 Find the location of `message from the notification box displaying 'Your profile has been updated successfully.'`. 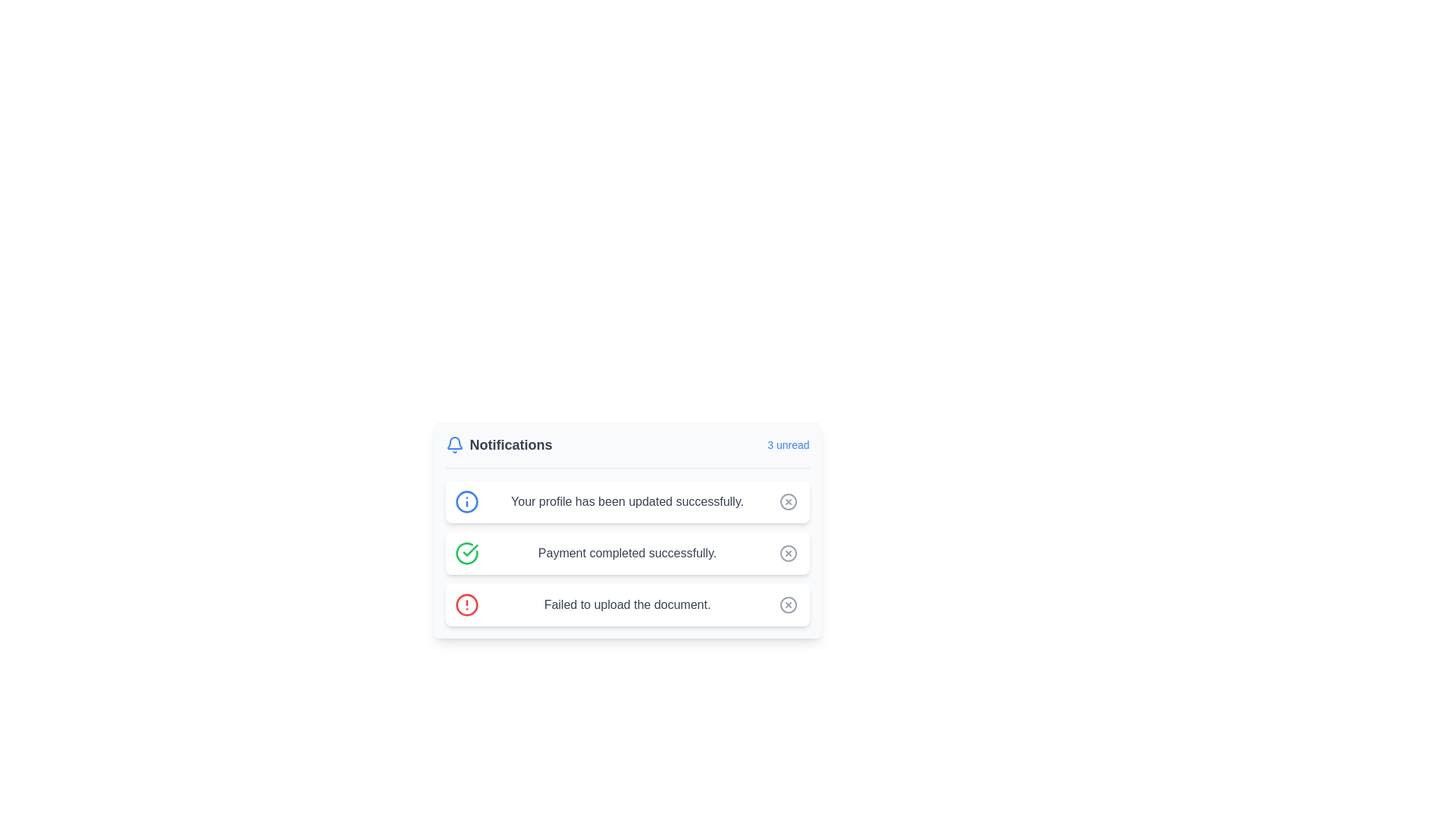

message from the notification box displaying 'Your profile has been updated successfully.' is located at coordinates (627, 502).